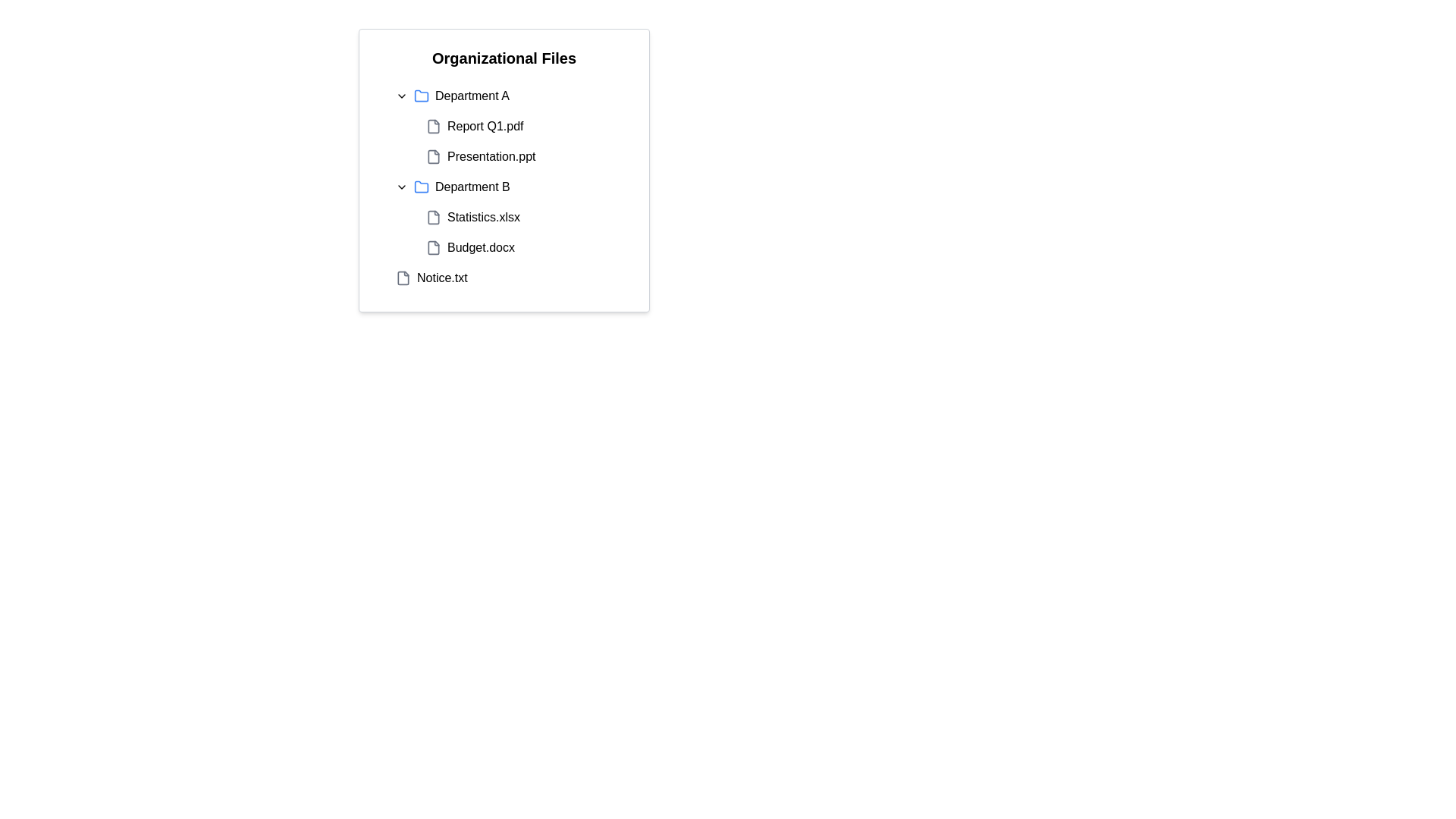 The height and width of the screenshot is (819, 1456). Describe the element at coordinates (422, 186) in the screenshot. I see `the blue folder icon representing 'Department B'` at that location.